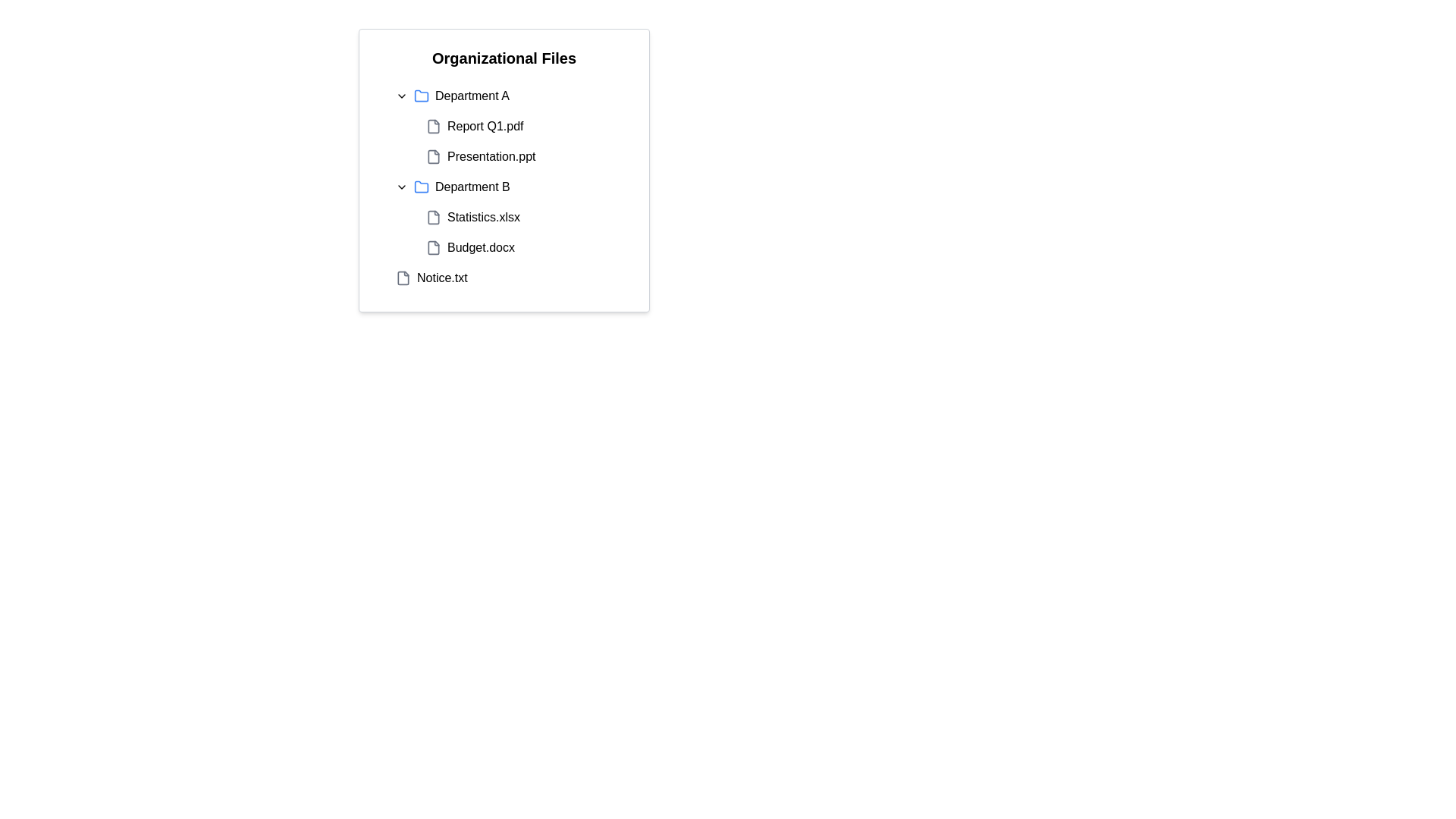 The height and width of the screenshot is (819, 1456). Describe the element at coordinates (422, 186) in the screenshot. I see `the blue folder icon representing 'Department B'` at that location.